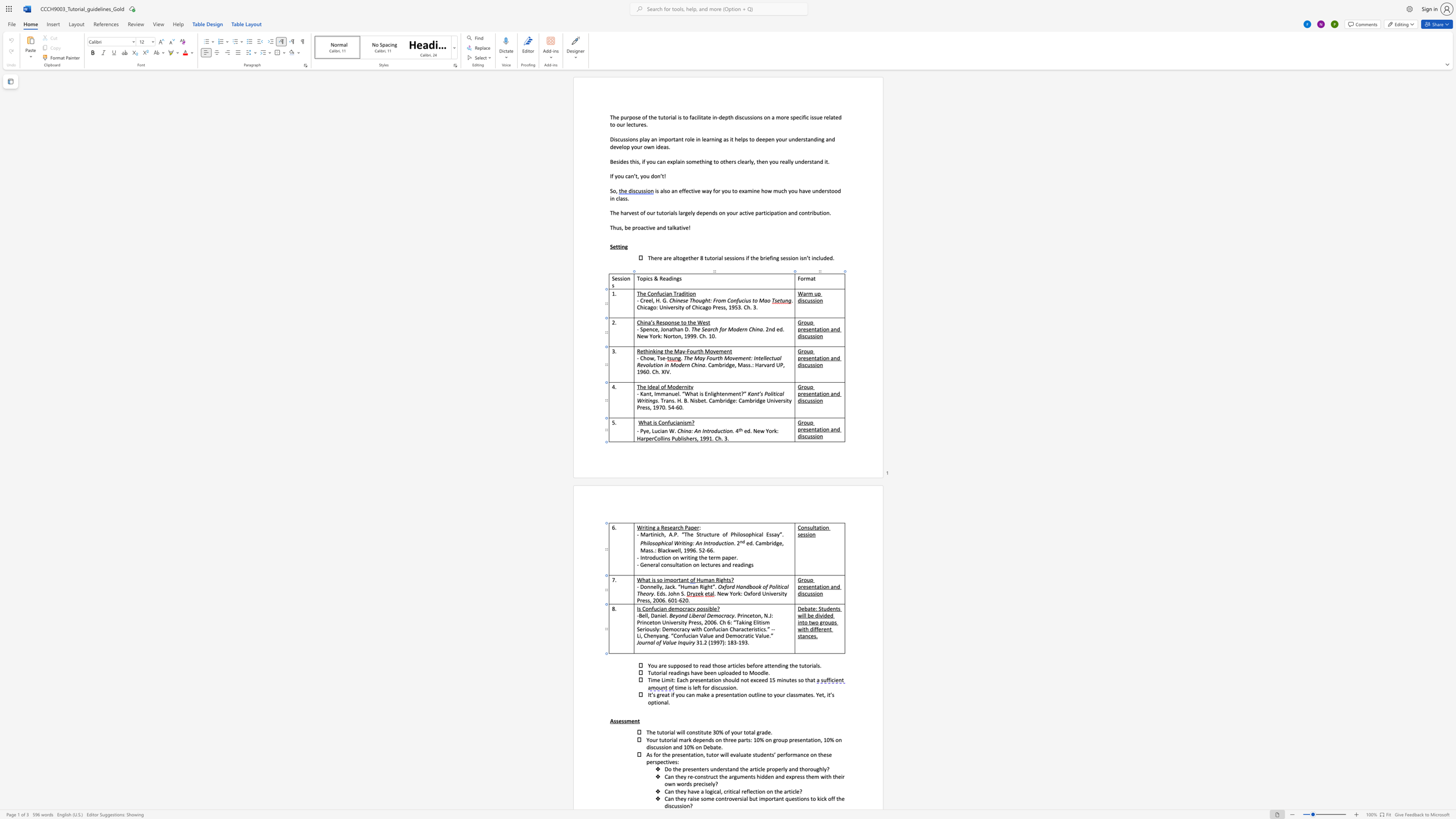 The width and height of the screenshot is (1456, 819). Describe the element at coordinates (694, 642) in the screenshot. I see `the 1th character "y" in the text` at that location.